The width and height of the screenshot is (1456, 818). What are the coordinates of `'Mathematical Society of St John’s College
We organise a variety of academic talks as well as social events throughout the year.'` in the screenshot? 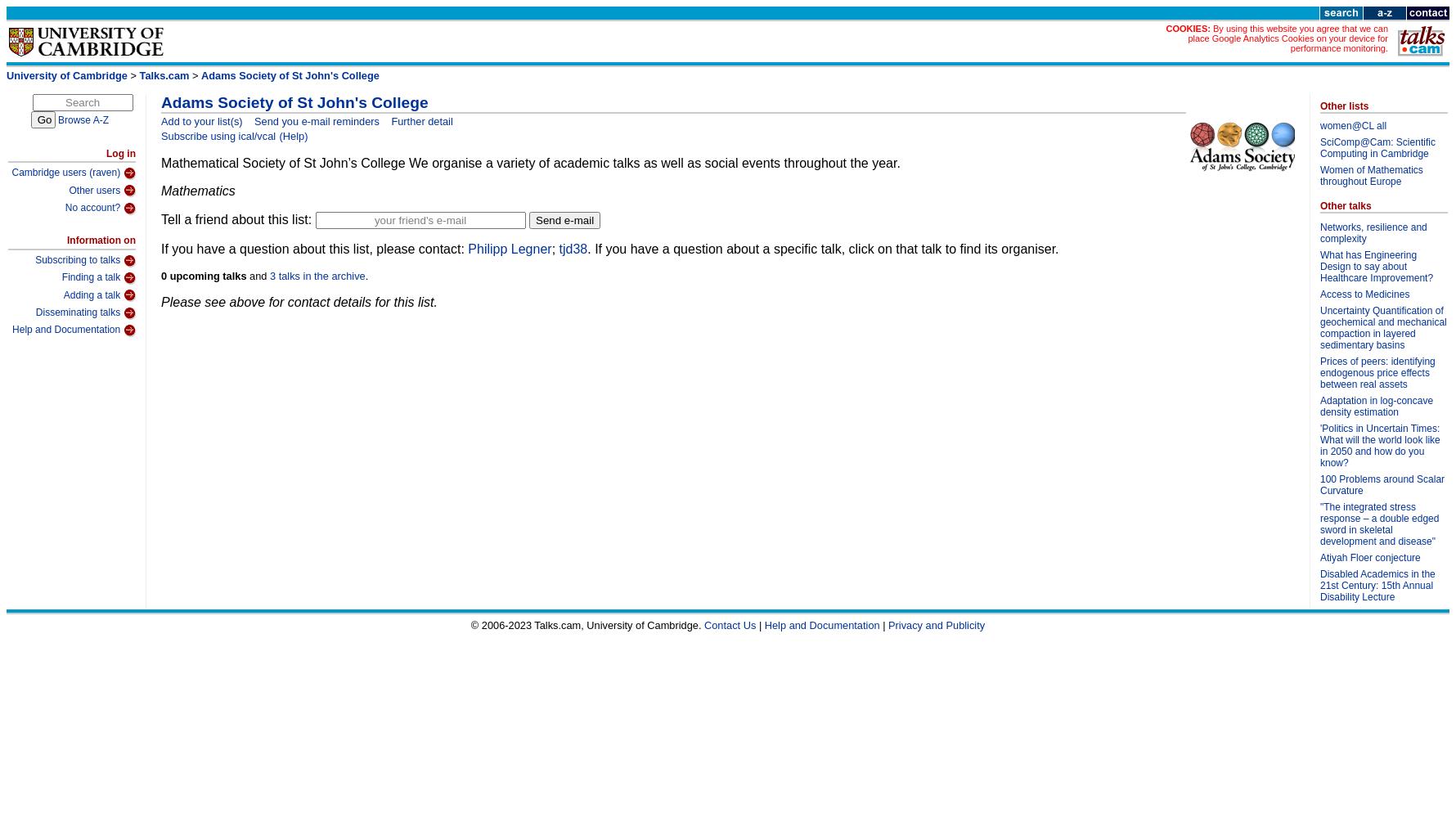 It's located at (530, 161).